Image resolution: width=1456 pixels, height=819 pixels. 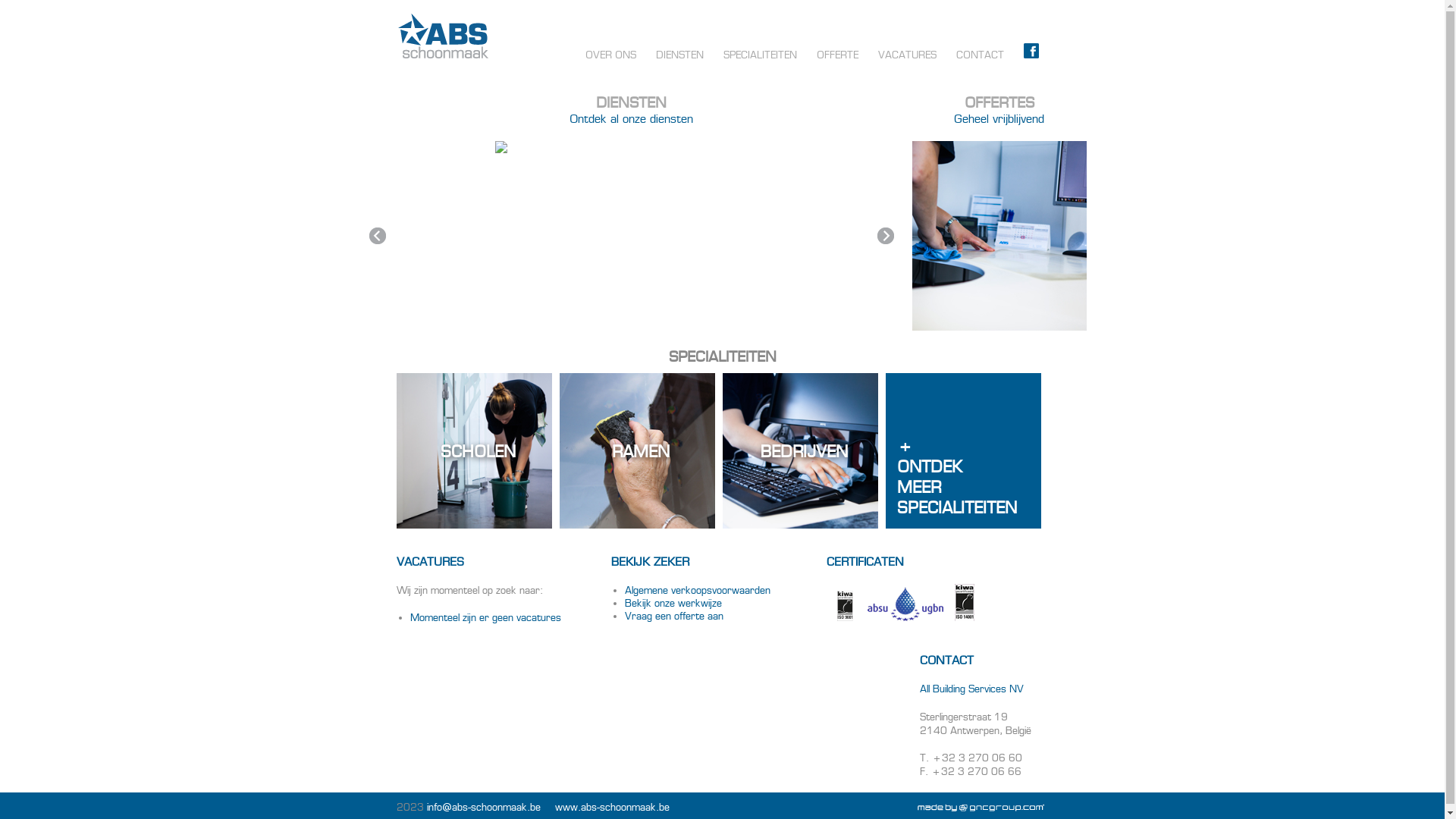 I want to click on 'Ramen', so click(x=637, y=450).